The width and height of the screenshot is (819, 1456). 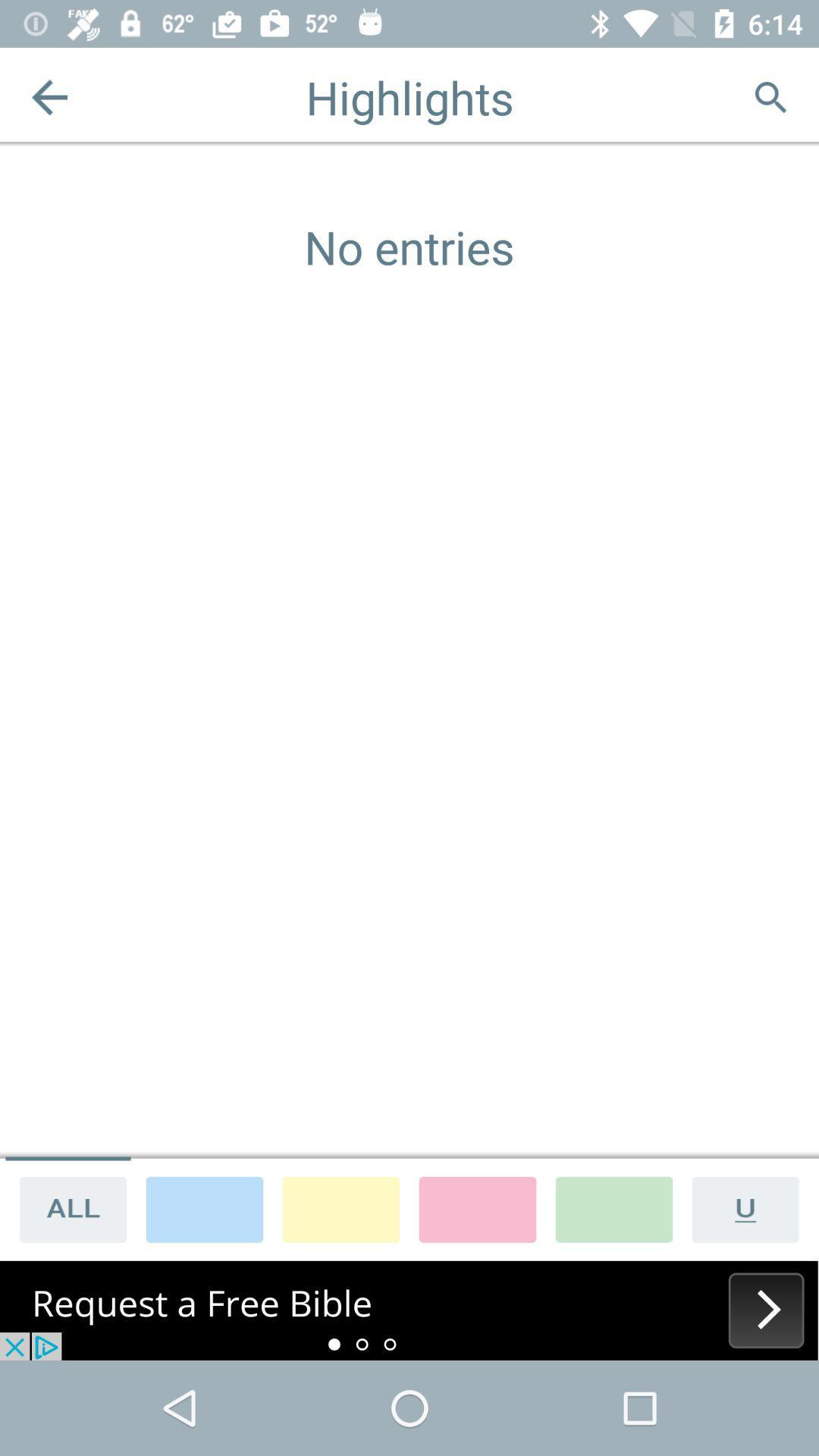 I want to click on color, so click(x=476, y=1208).